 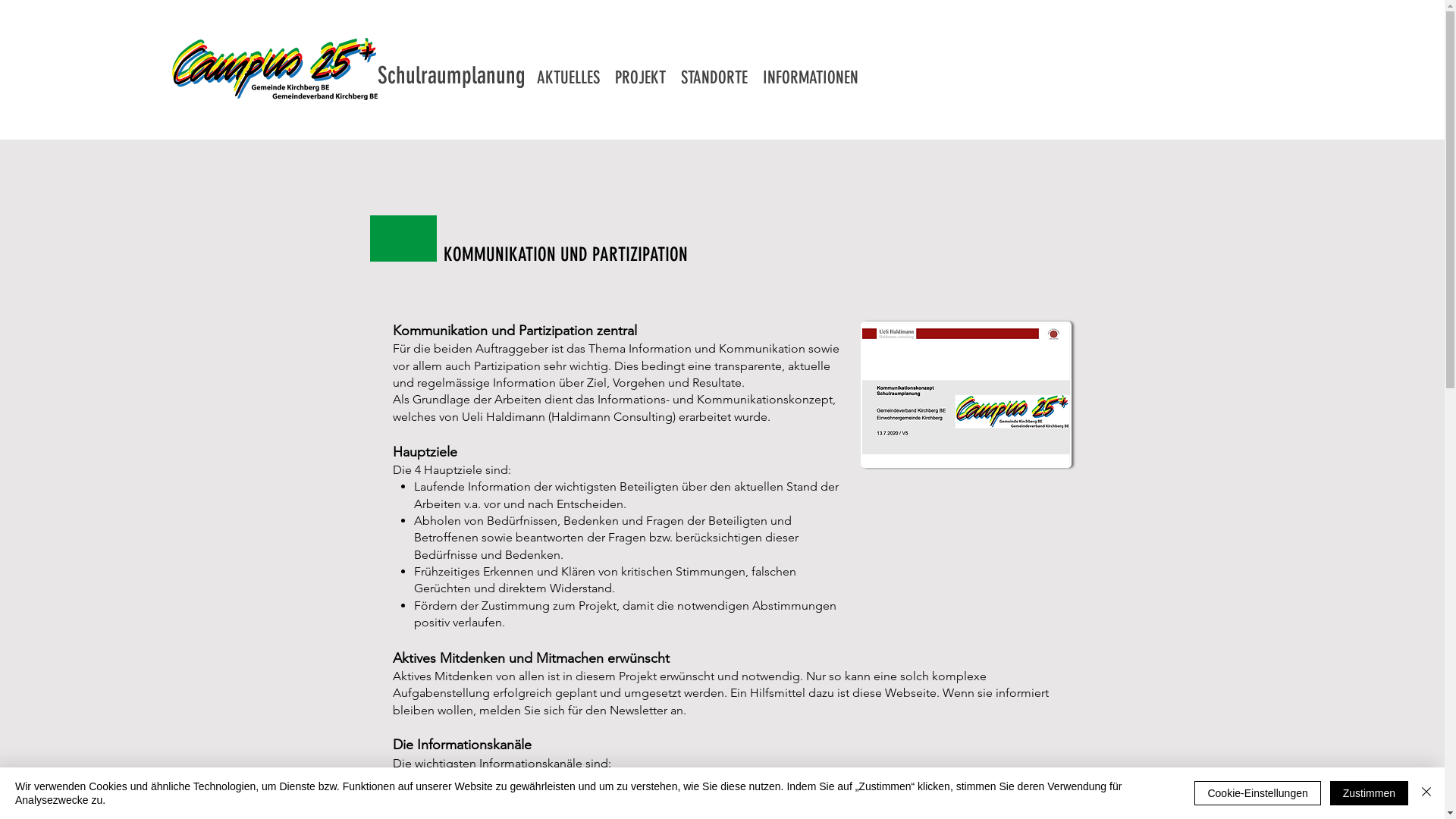 I want to click on 'PROJEKT', so click(x=639, y=77).